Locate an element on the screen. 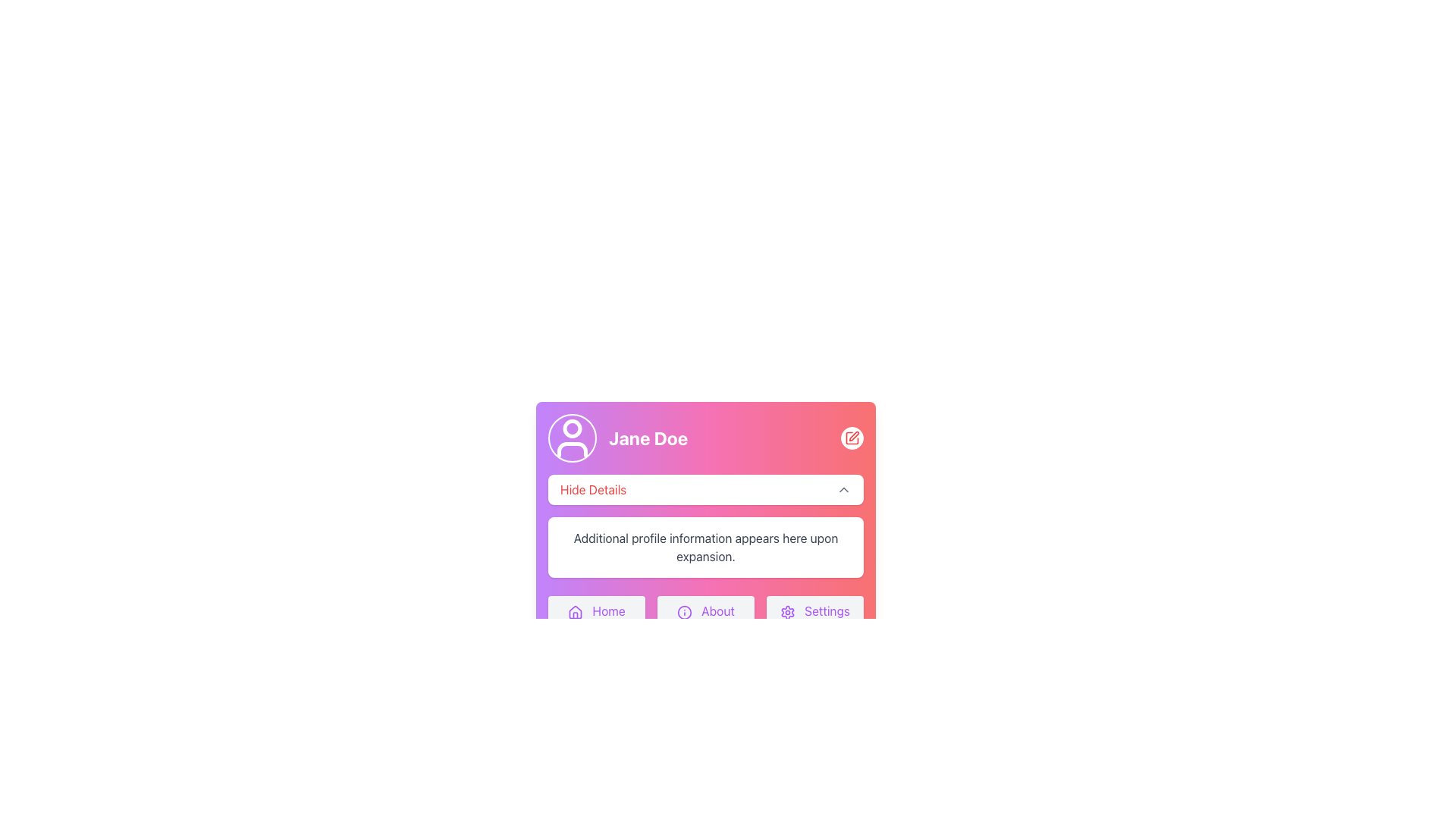 The height and width of the screenshot is (819, 1456). the user name text label 'Jane Doe' which is located within the profile card interface, slightly right of the circular avatar icon is located at coordinates (648, 438).